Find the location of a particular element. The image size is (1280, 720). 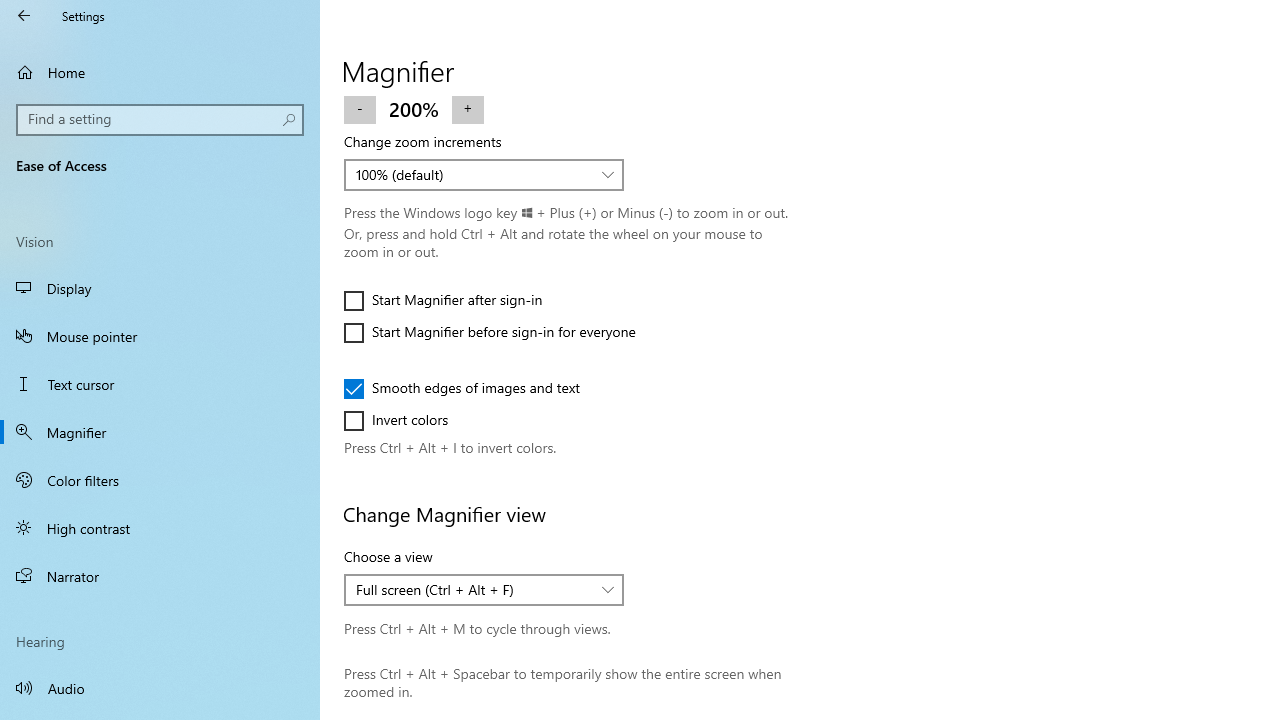

'Change zoom increments' is located at coordinates (484, 173).